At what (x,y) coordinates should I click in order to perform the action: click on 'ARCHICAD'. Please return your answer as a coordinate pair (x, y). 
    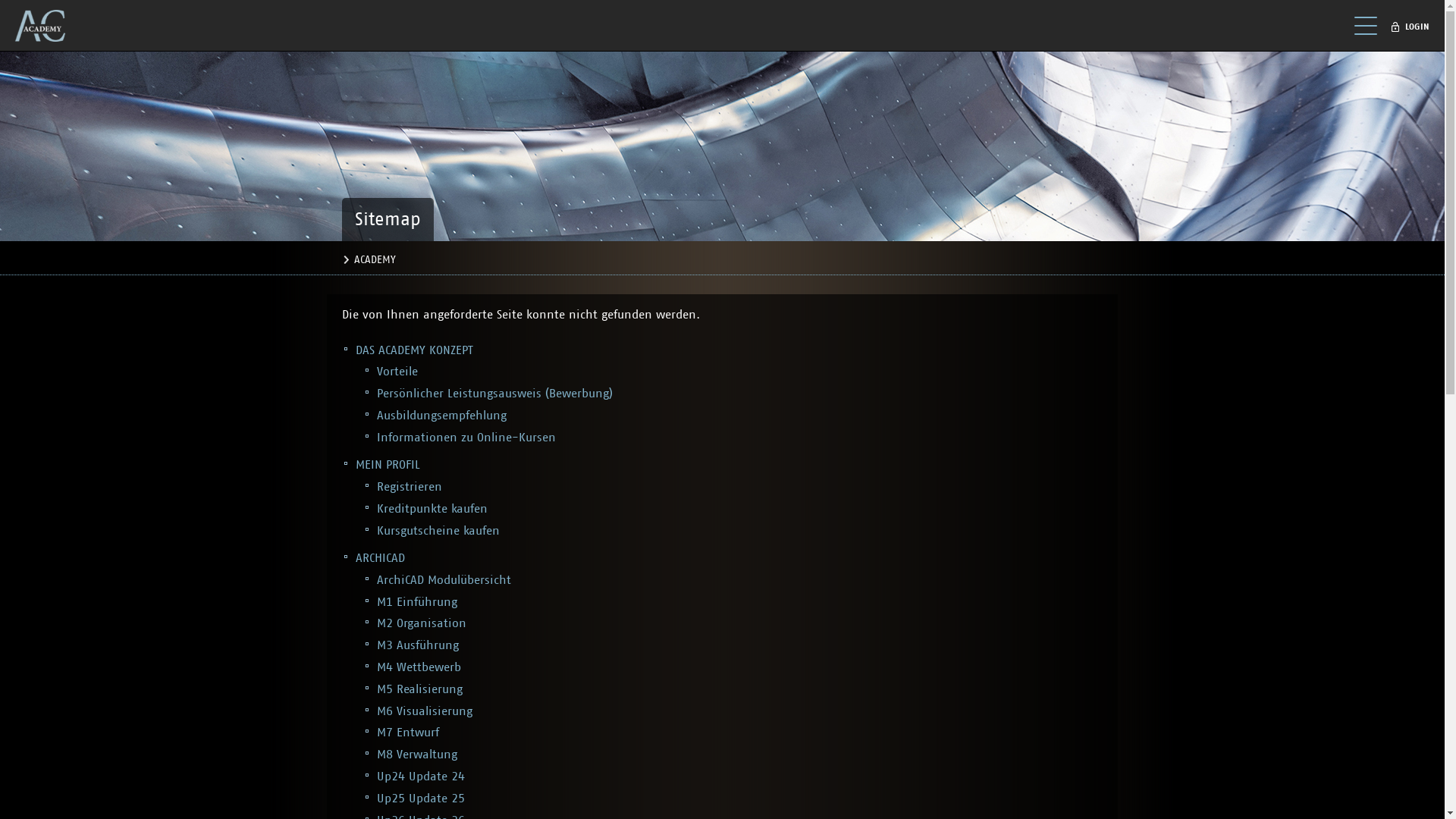
    Looking at the image, I should click on (380, 558).